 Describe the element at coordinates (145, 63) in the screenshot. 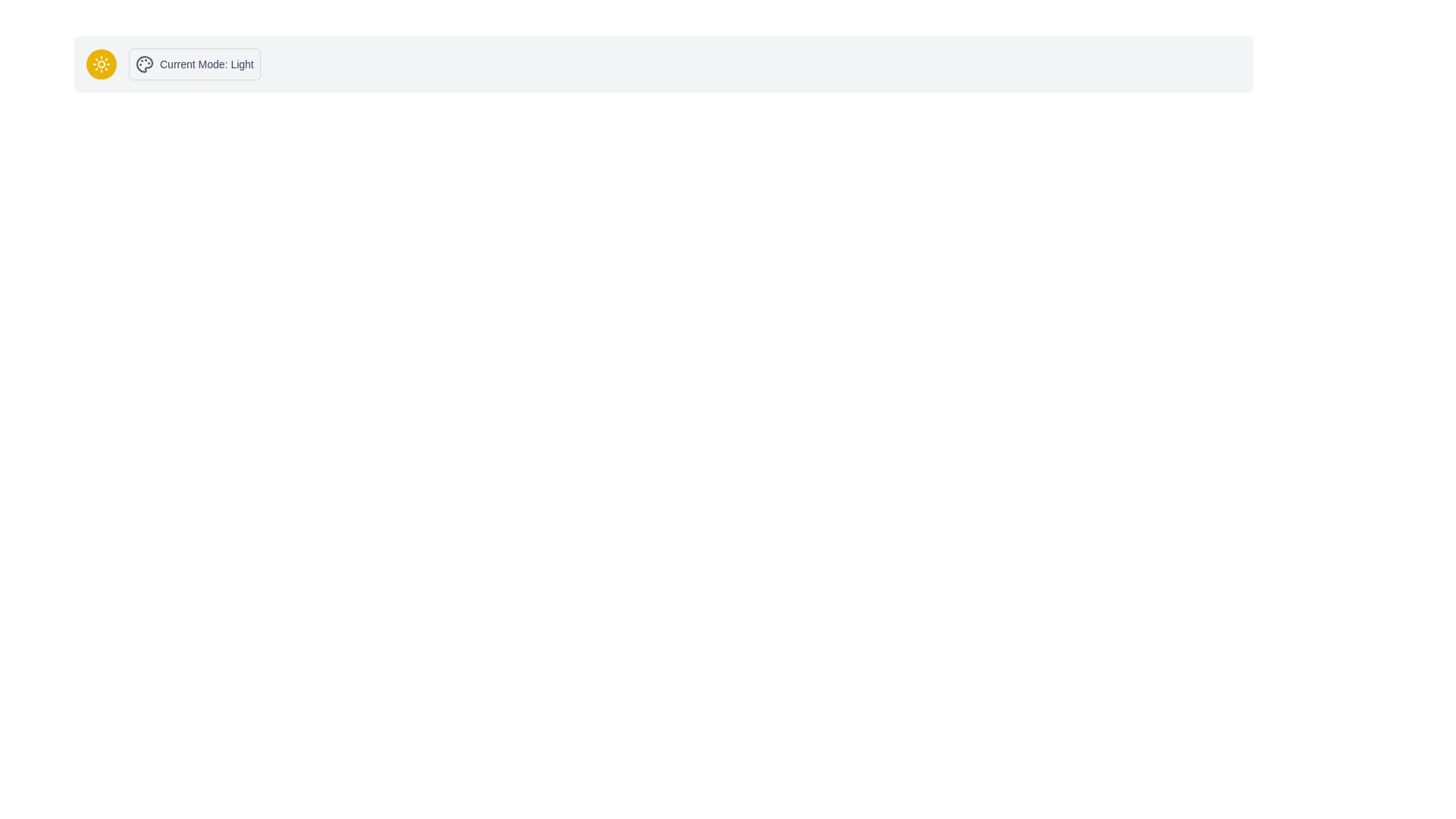

I see `the SVG graphical element located in the top left corner of the interface, which represents customization or design functionality` at that location.